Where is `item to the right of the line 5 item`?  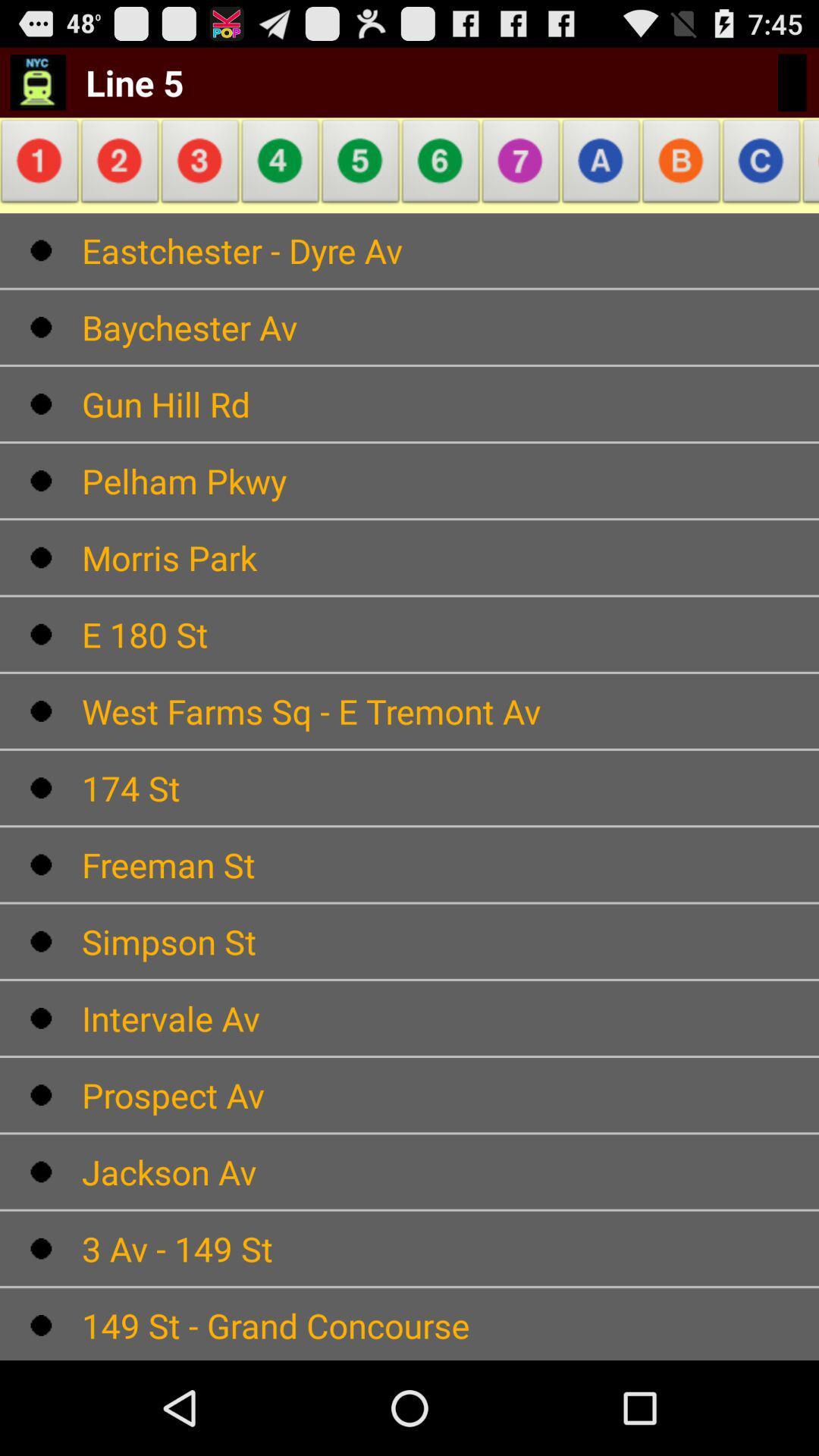 item to the right of the line 5 item is located at coordinates (281, 165).